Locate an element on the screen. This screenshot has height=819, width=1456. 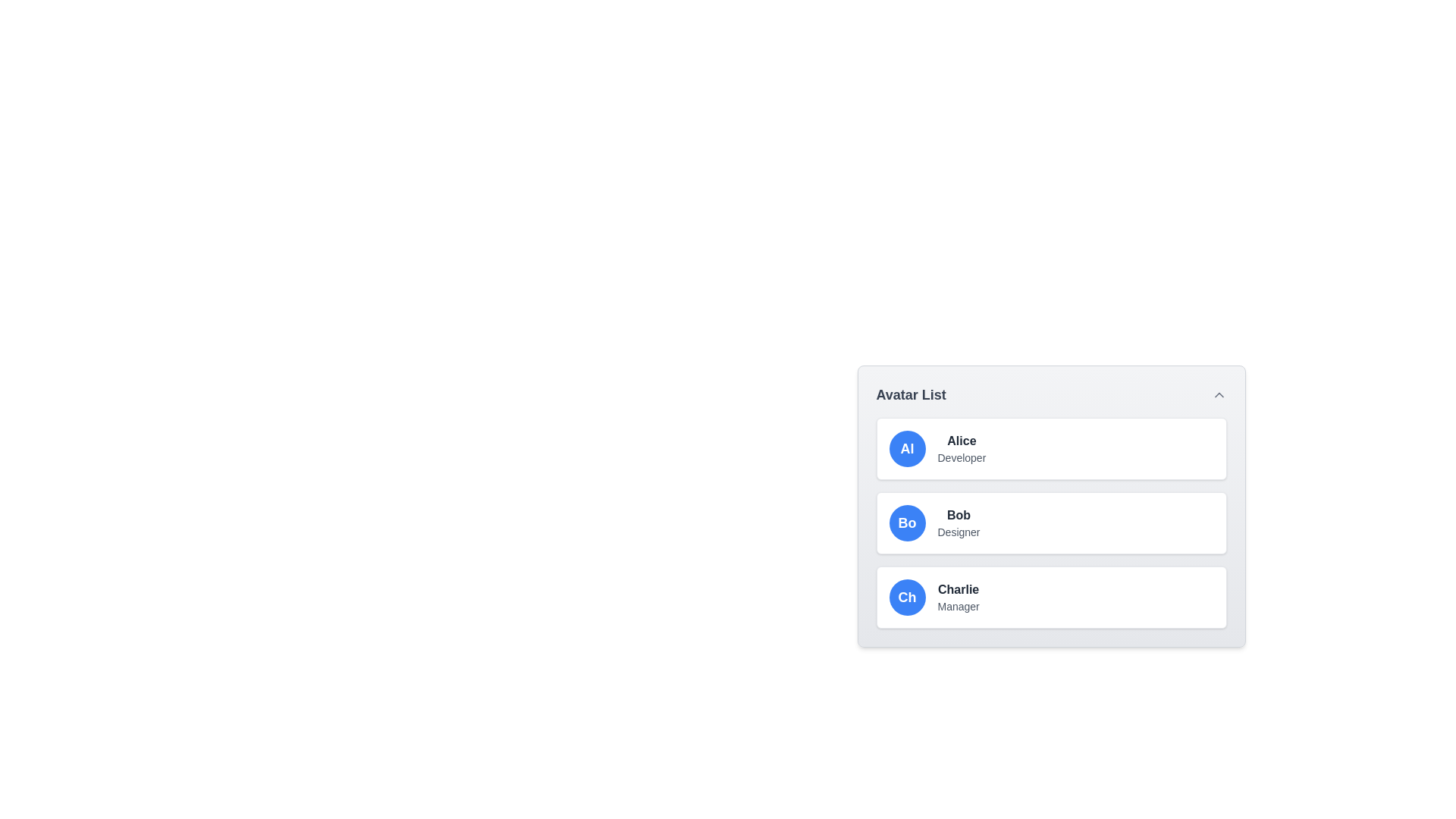
the user name text label located at the top of the card that also displays the role 'Developer' below it, as this element is interactive for navigation or triggering an action is located at coordinates (961, 441).